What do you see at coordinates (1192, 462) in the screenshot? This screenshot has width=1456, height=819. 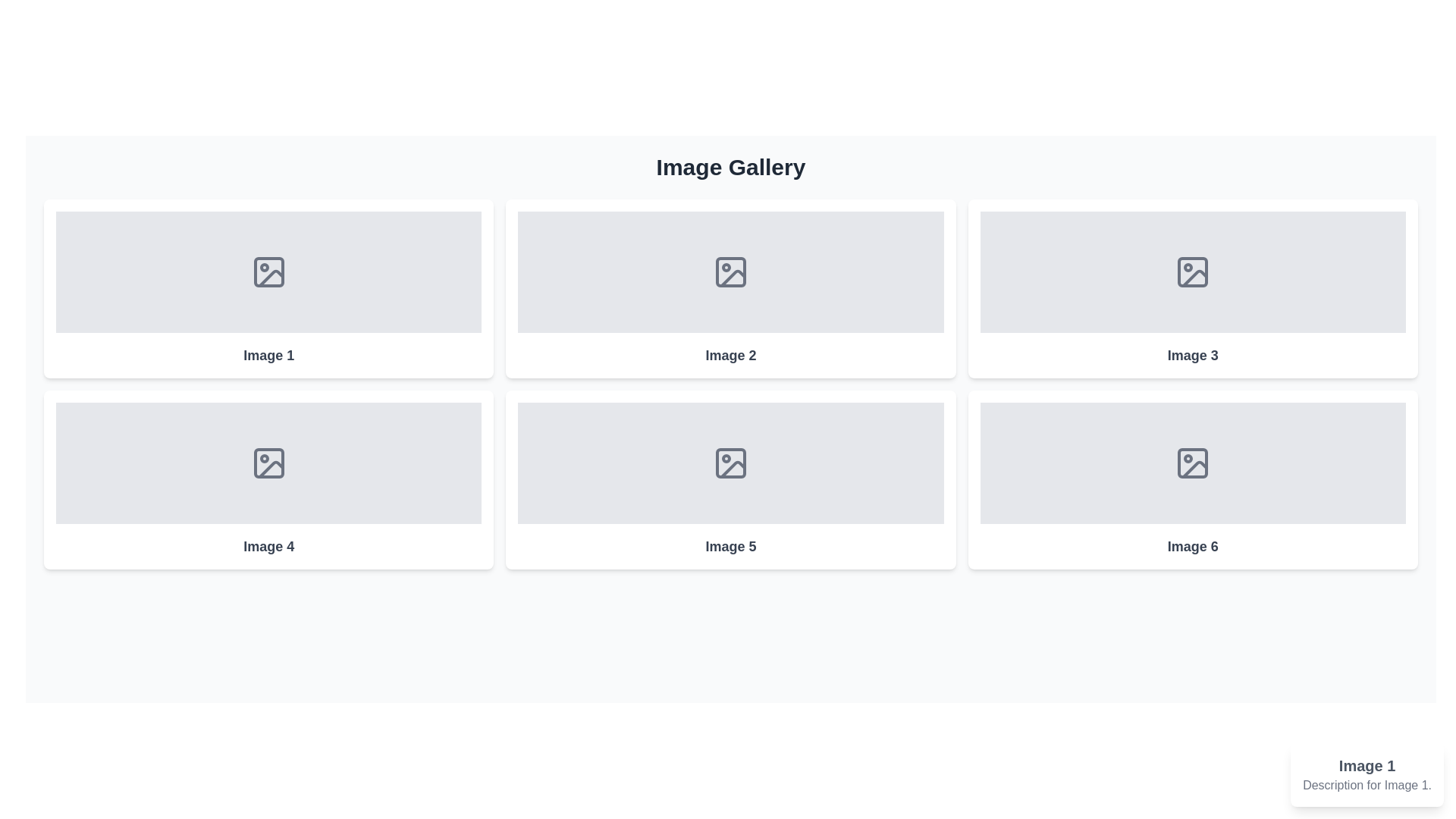 I see `the placeholder icon labeled 'Image 6' located in the bottom-right corner of the image grid` at bounding box center [1192, 462].